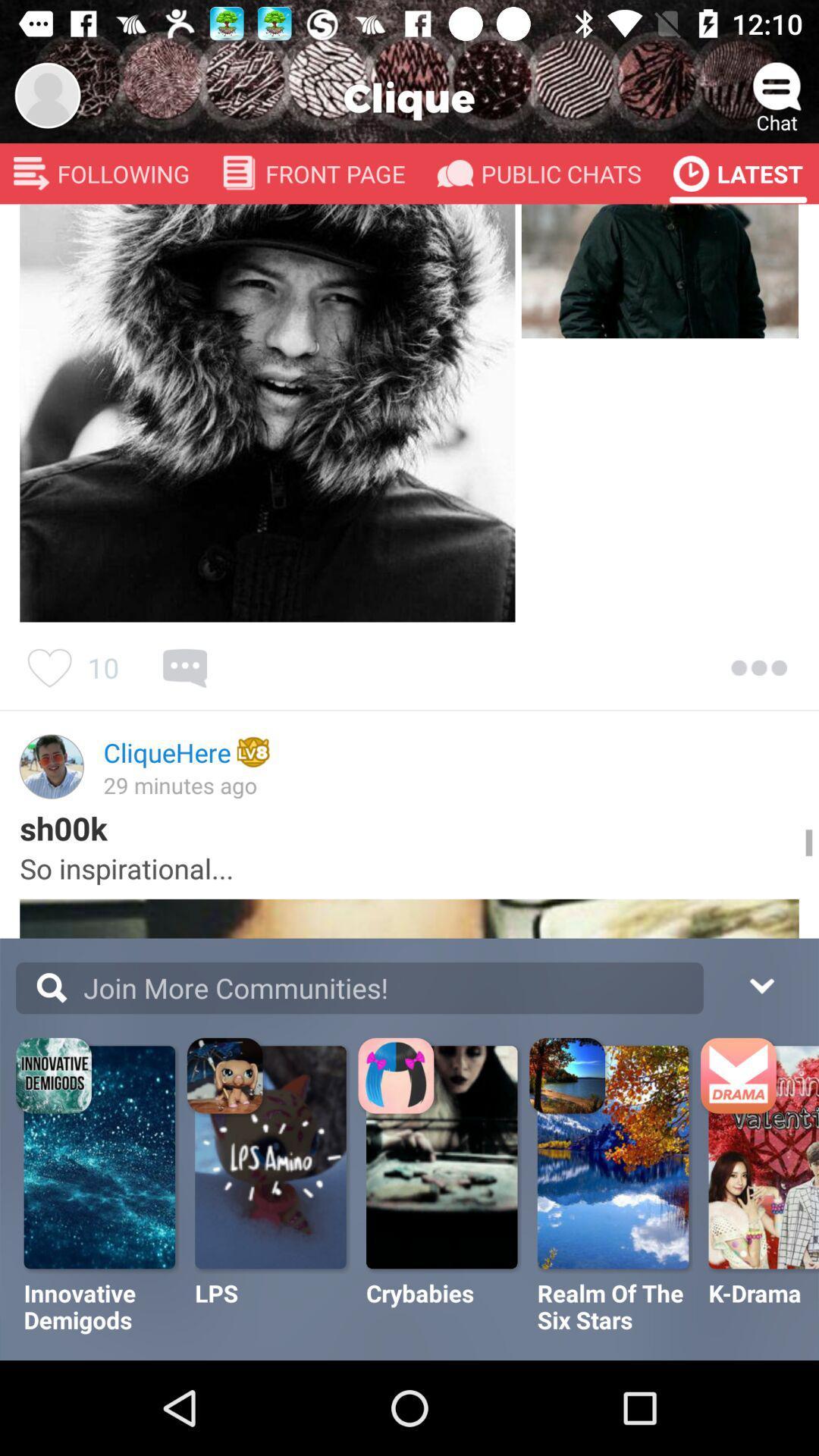 The height and width of the screenshot is (1456, 819). What do you see at coordinates (761, 984) in the screenshot?
I see `the expand_more icon` at bounding box center [761, 984].